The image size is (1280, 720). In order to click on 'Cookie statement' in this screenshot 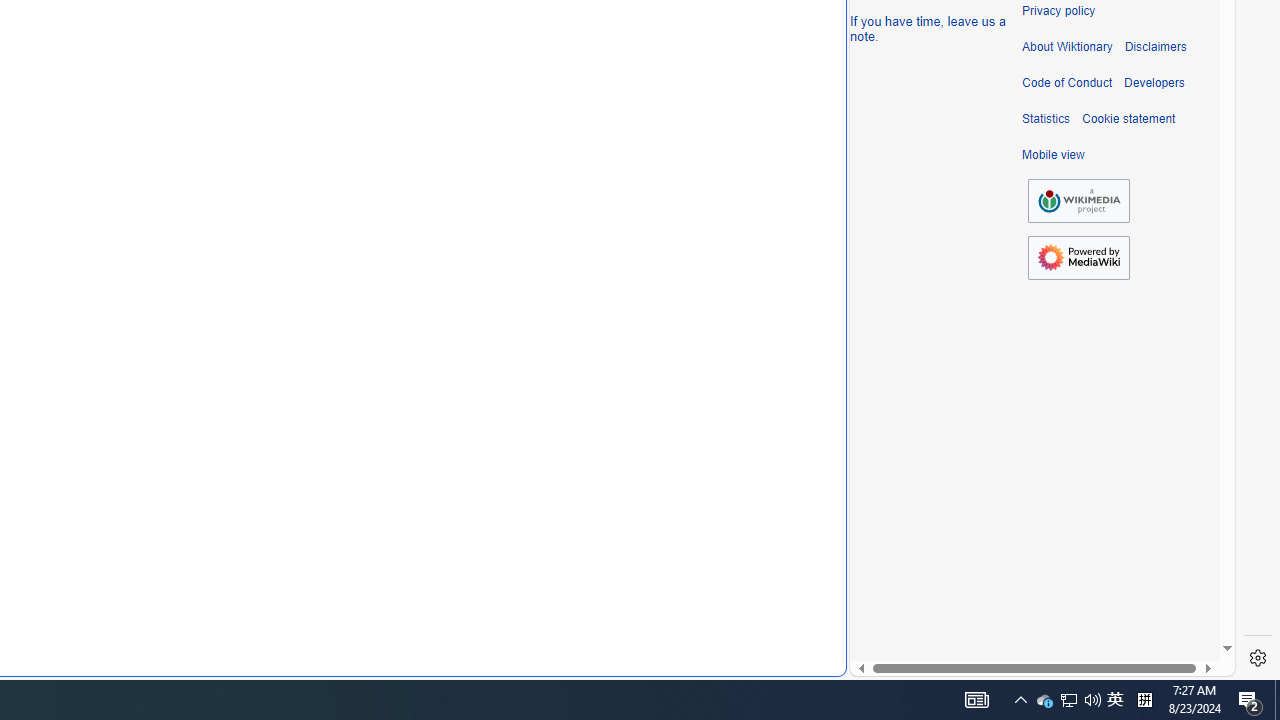, I will do `click(1128, 119)`.